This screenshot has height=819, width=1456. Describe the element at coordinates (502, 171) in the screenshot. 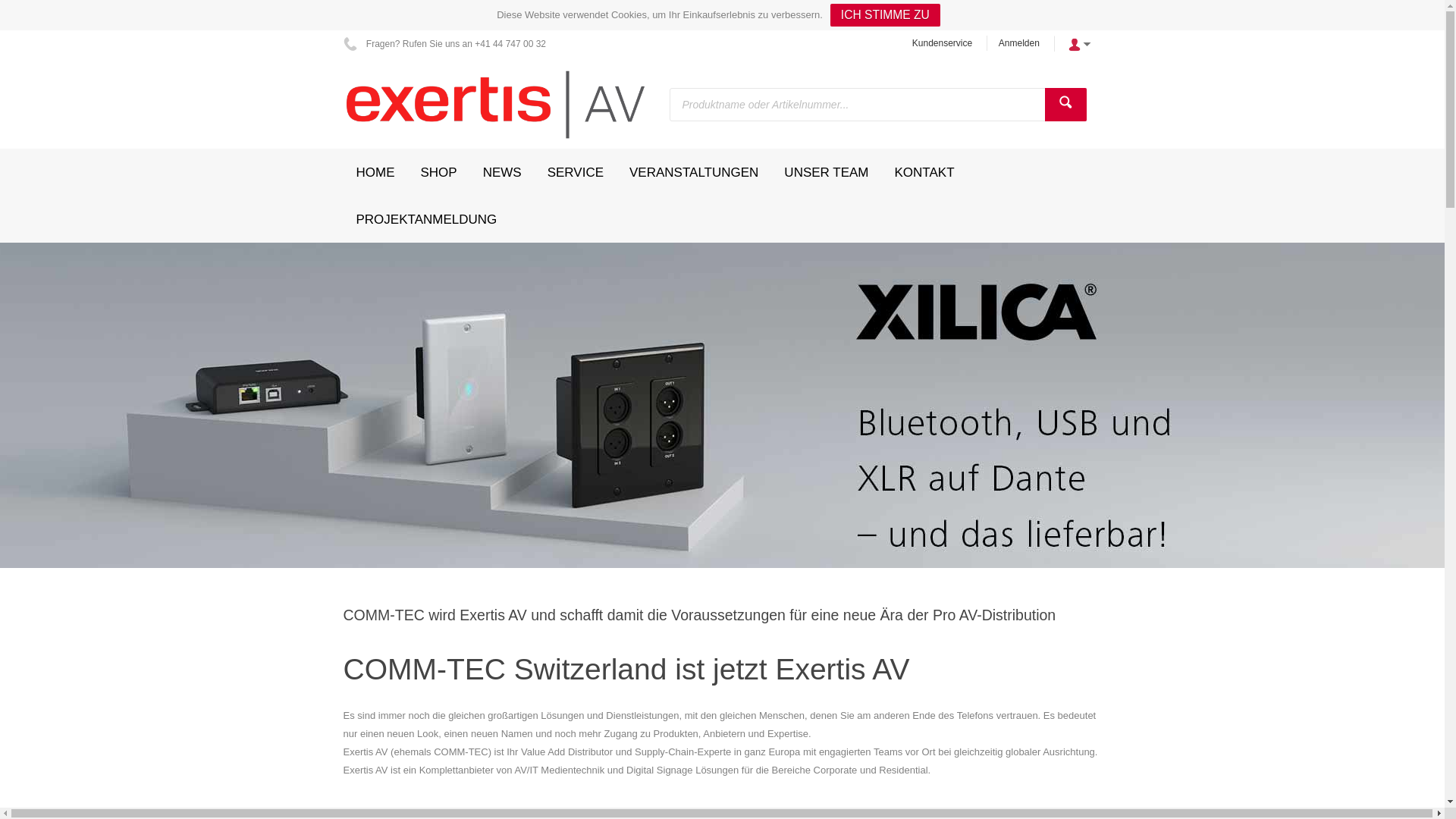

I see `'NEWS'` at that location.